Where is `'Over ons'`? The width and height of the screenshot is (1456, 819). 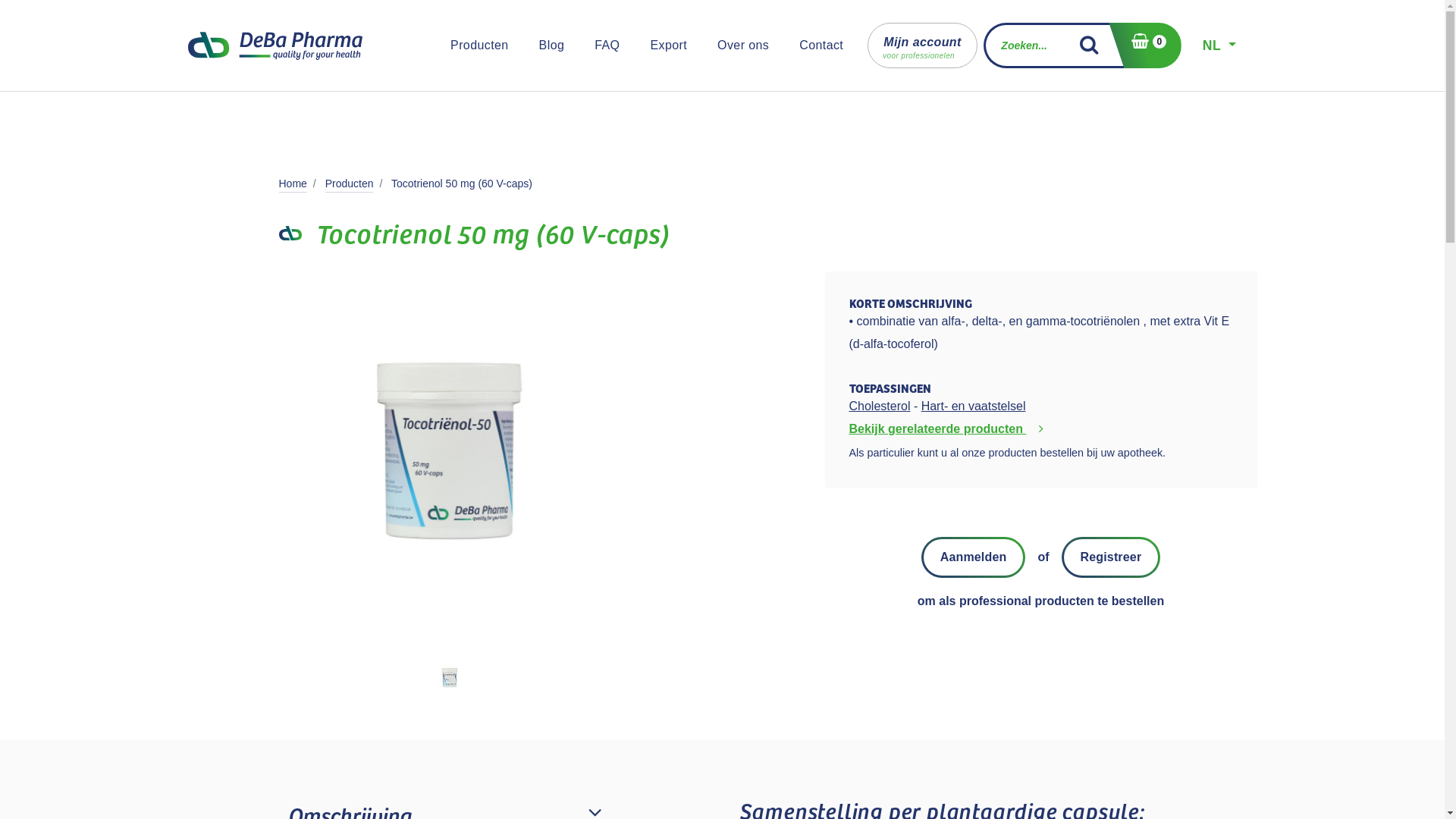
'Over ons' is located at coordinates (742, 45).